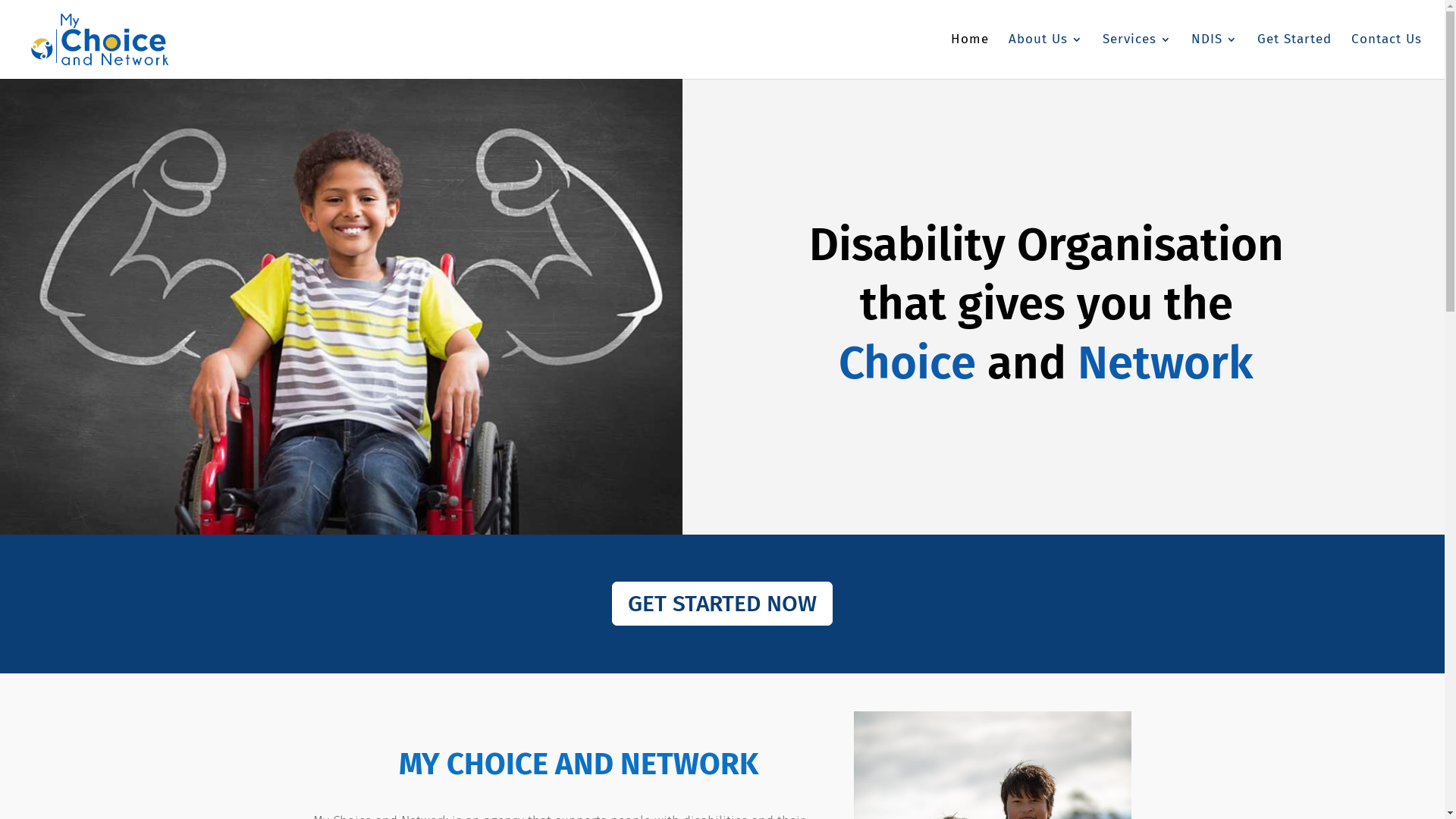 The width and height of the screenshot is (1456, 819). I want to click on 'GET STARTED NOW', so click(721, 602).